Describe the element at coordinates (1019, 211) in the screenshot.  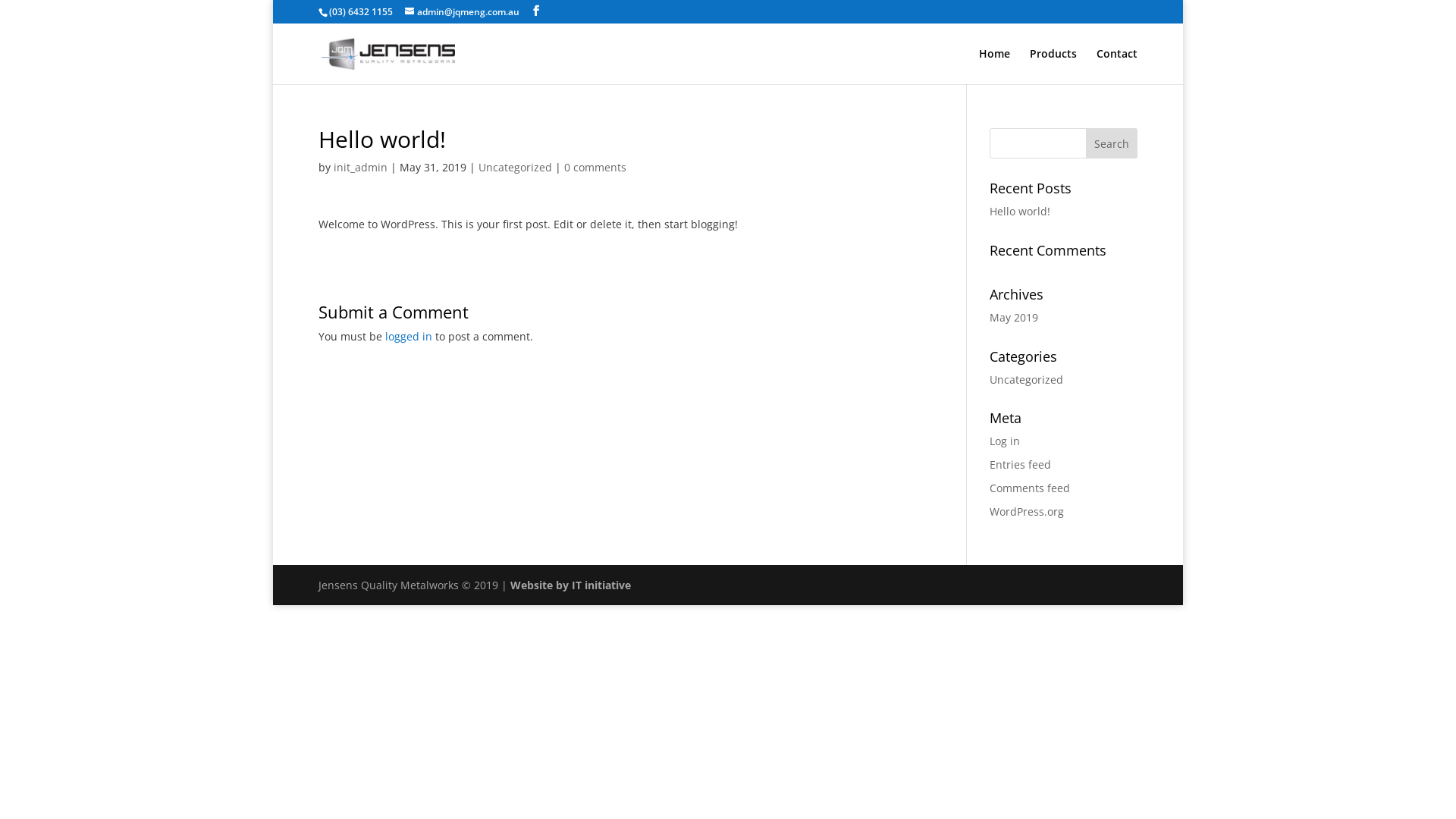
I see `'Hello world!'` at that location.